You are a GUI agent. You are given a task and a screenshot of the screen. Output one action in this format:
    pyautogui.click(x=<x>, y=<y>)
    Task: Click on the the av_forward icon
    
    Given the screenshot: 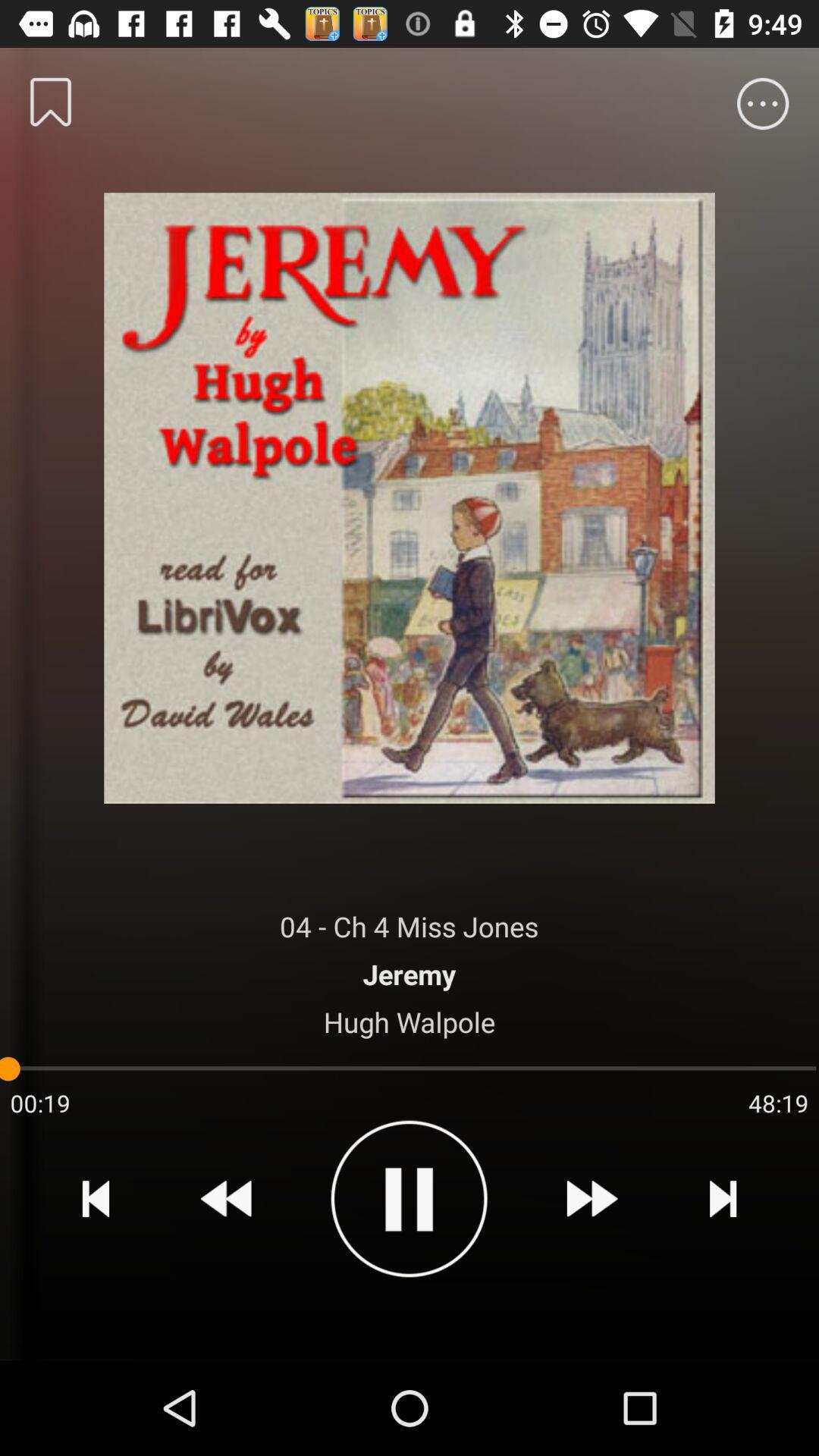 What is the action you would take?
    pyautogui.click(x=591, y=1197)
    